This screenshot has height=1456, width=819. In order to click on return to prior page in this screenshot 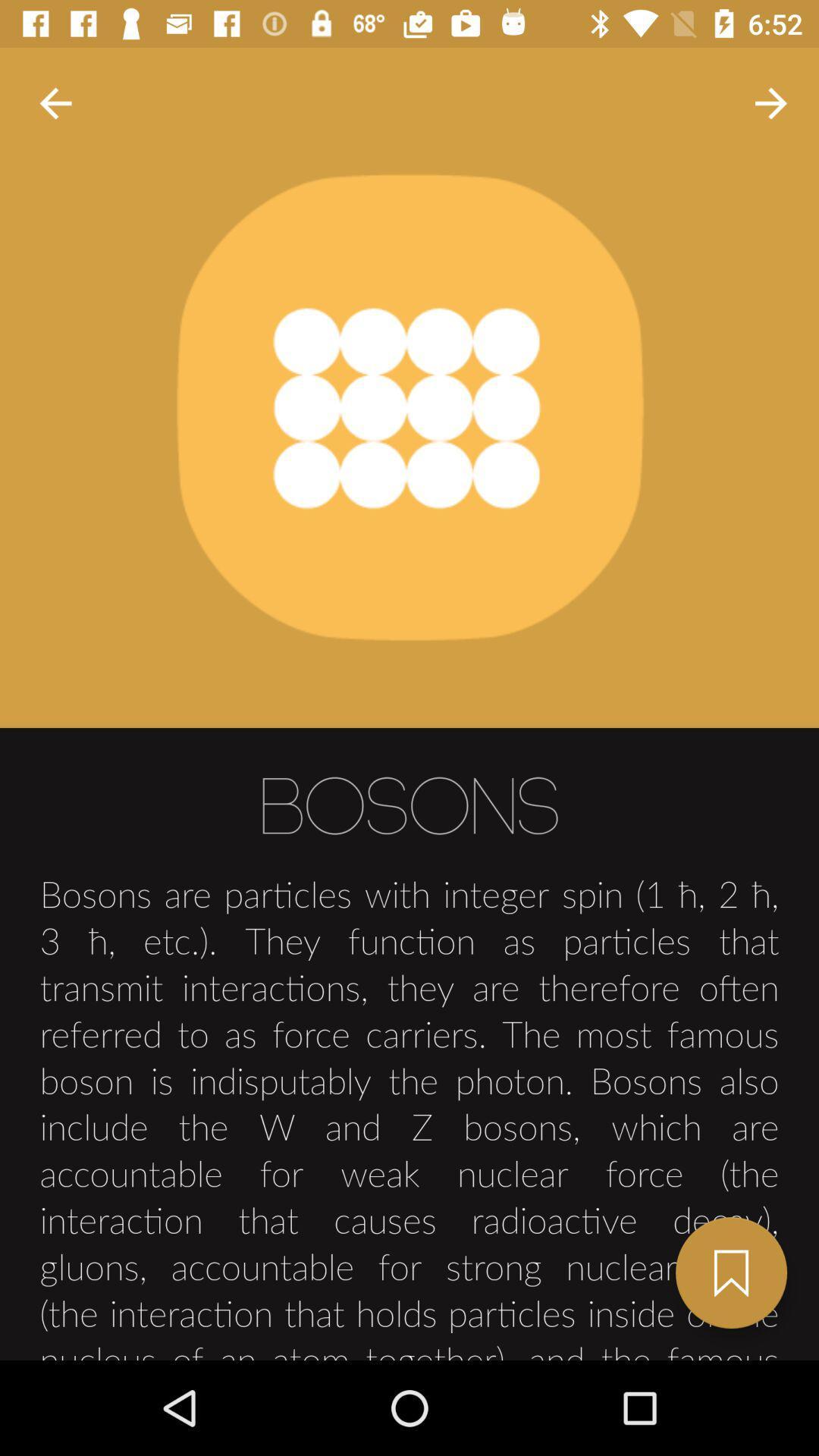, I will do `click(55, 102)`.